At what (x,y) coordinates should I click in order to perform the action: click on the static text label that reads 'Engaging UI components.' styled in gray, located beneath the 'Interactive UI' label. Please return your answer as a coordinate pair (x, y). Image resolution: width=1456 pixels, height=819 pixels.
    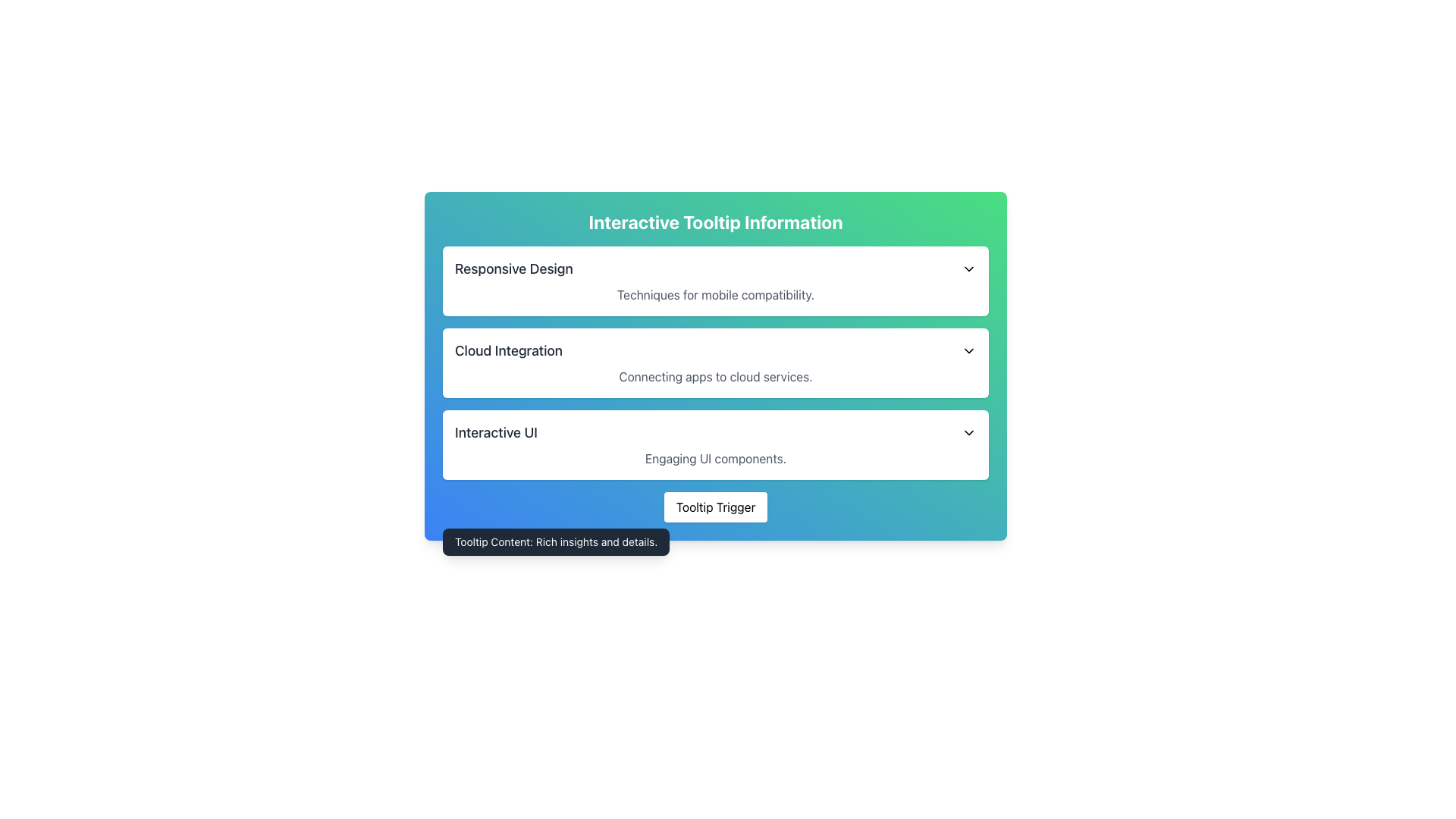
    Looking at the image, I should click on (715, 458).